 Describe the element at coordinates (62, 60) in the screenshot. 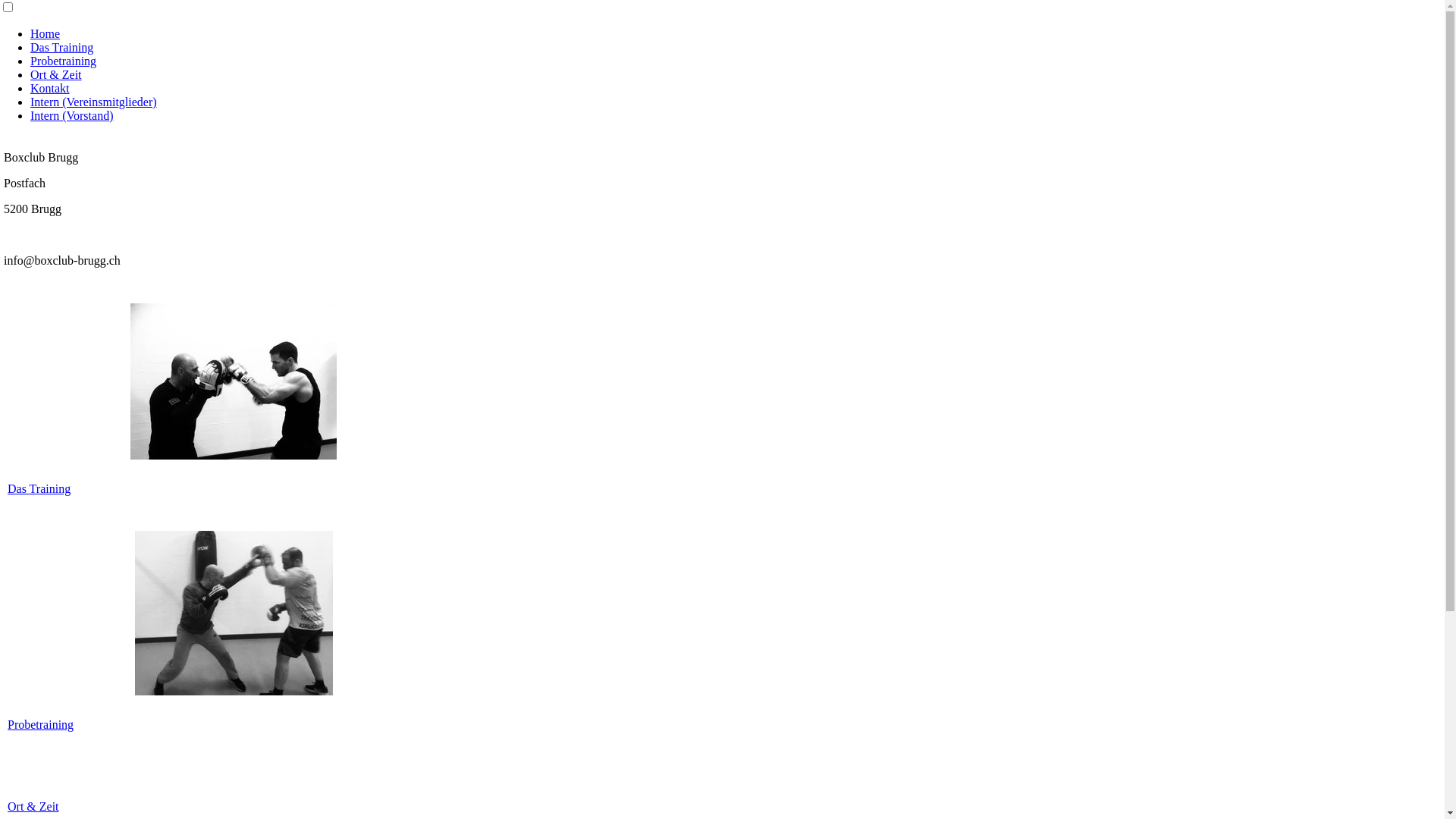

I see `'Probetraining'` at that location.